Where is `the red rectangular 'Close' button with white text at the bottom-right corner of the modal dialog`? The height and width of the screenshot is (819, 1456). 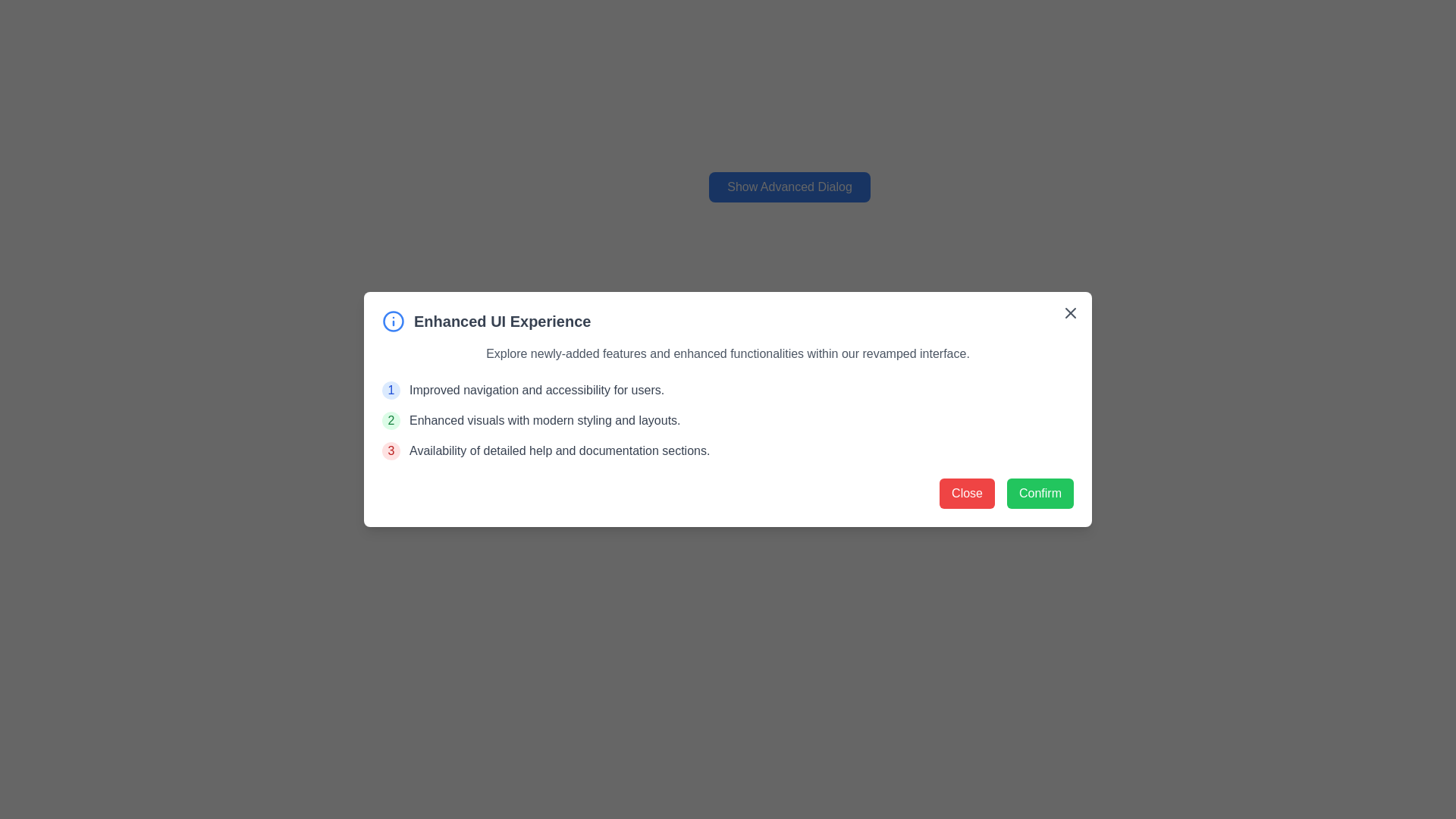
the red rectangular 'Close' button with white text at the bottom-right corner of the modal dialog is located at coordinates (966, 494).